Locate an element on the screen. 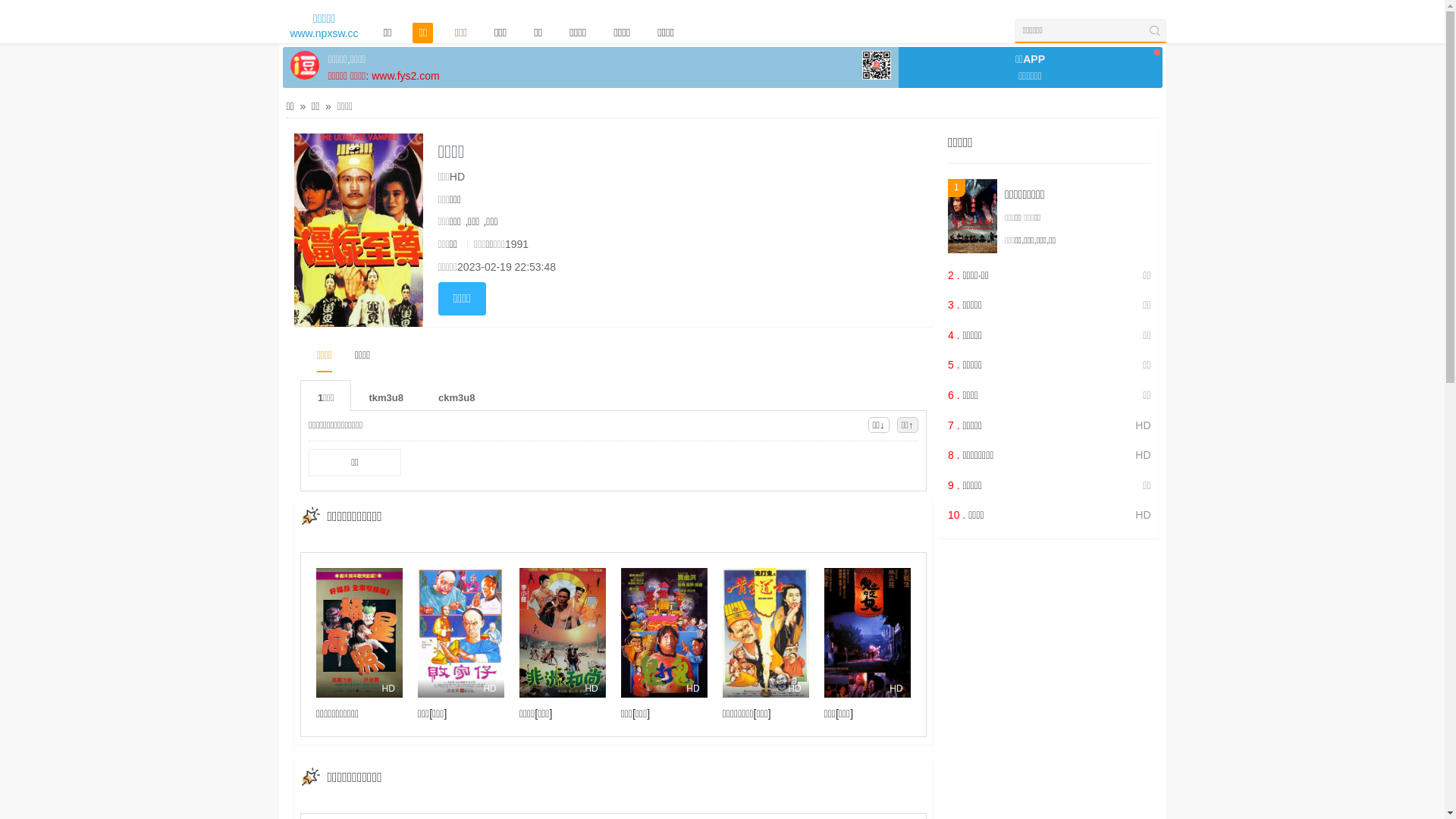  'tkm3u8' is located at coordinates (385, 394).